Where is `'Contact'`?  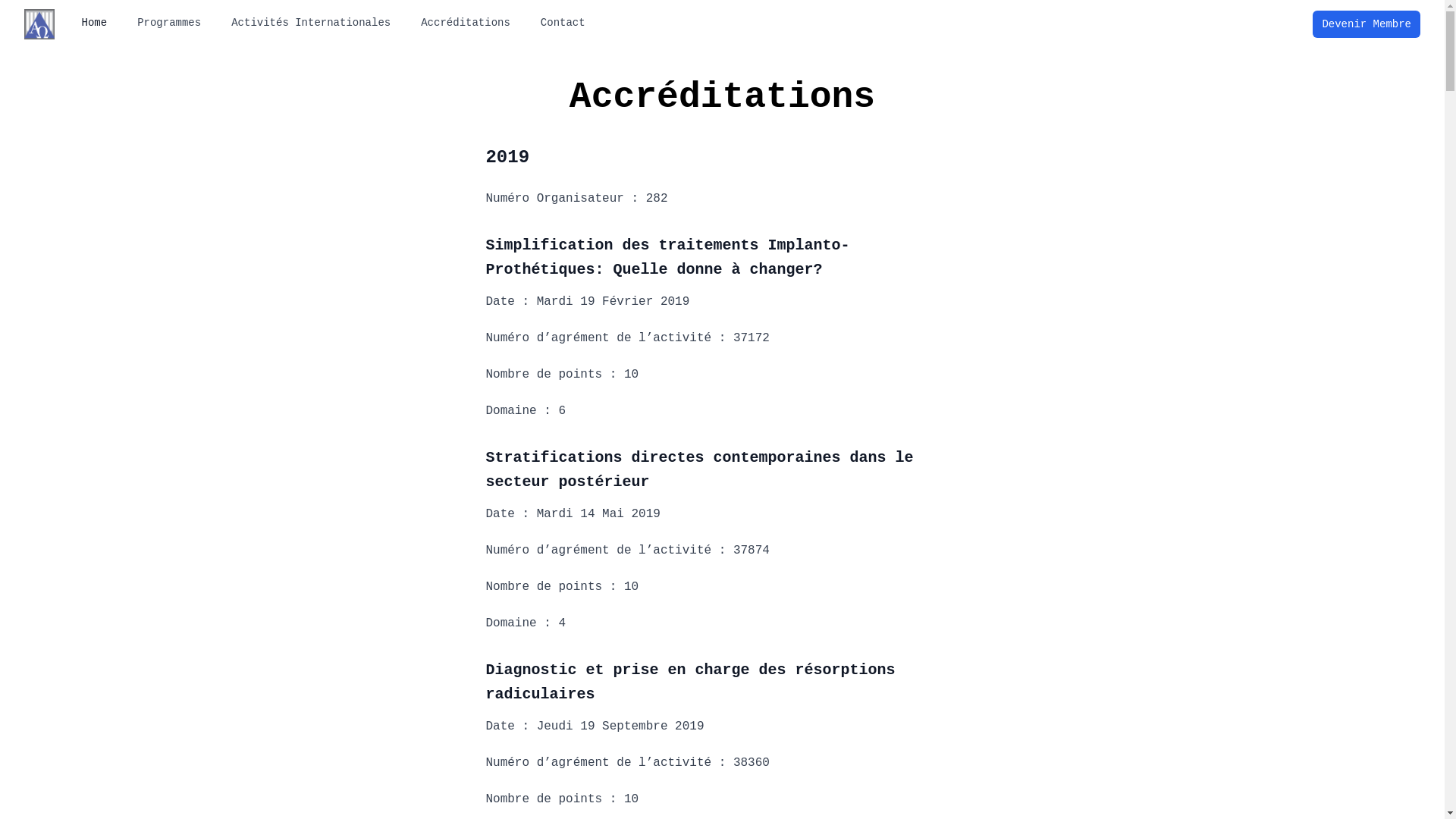
'Contact' is located at coordinates (562, 23).